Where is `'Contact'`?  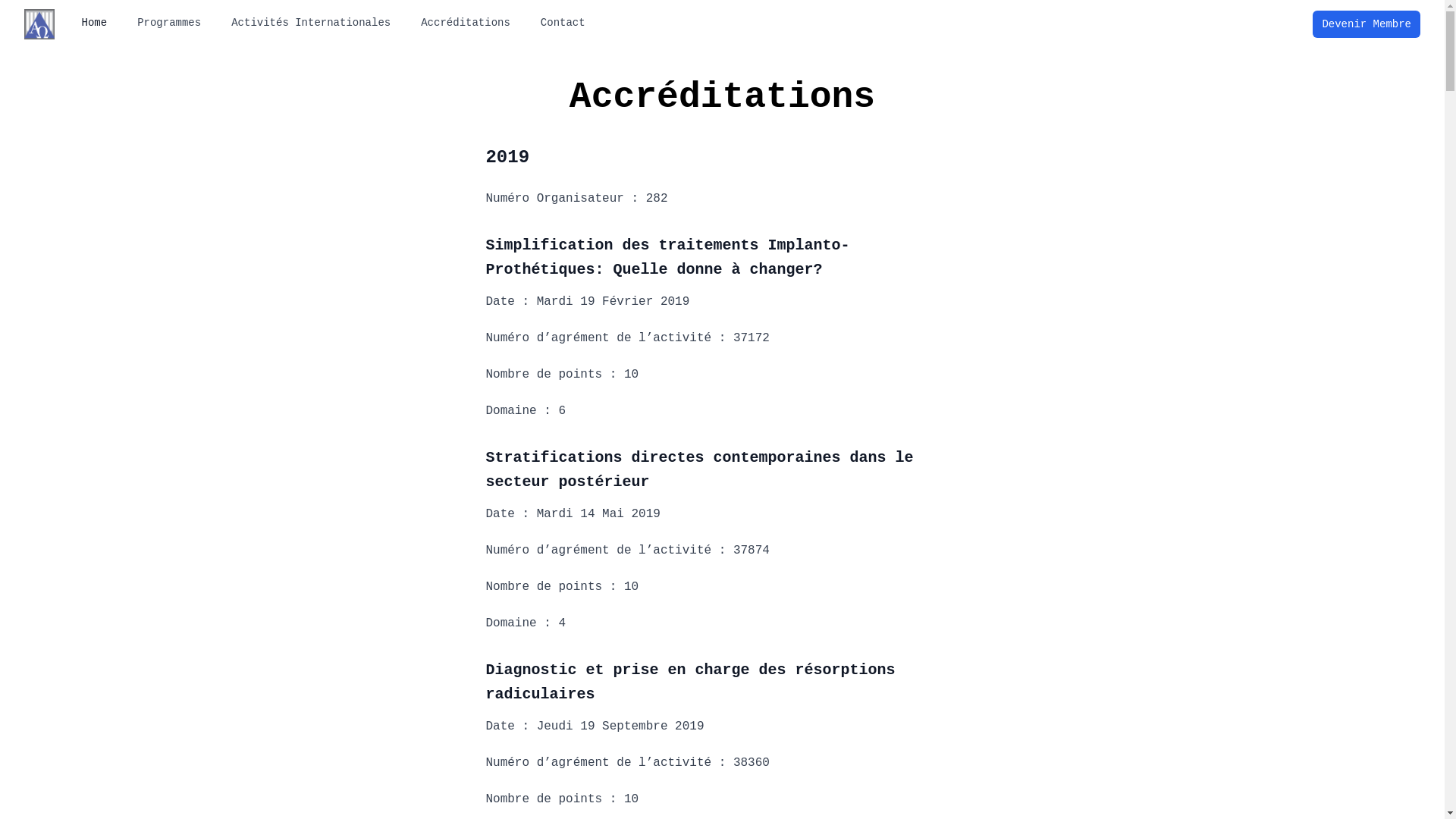
'Contact' is located at coordinates (562, 23).